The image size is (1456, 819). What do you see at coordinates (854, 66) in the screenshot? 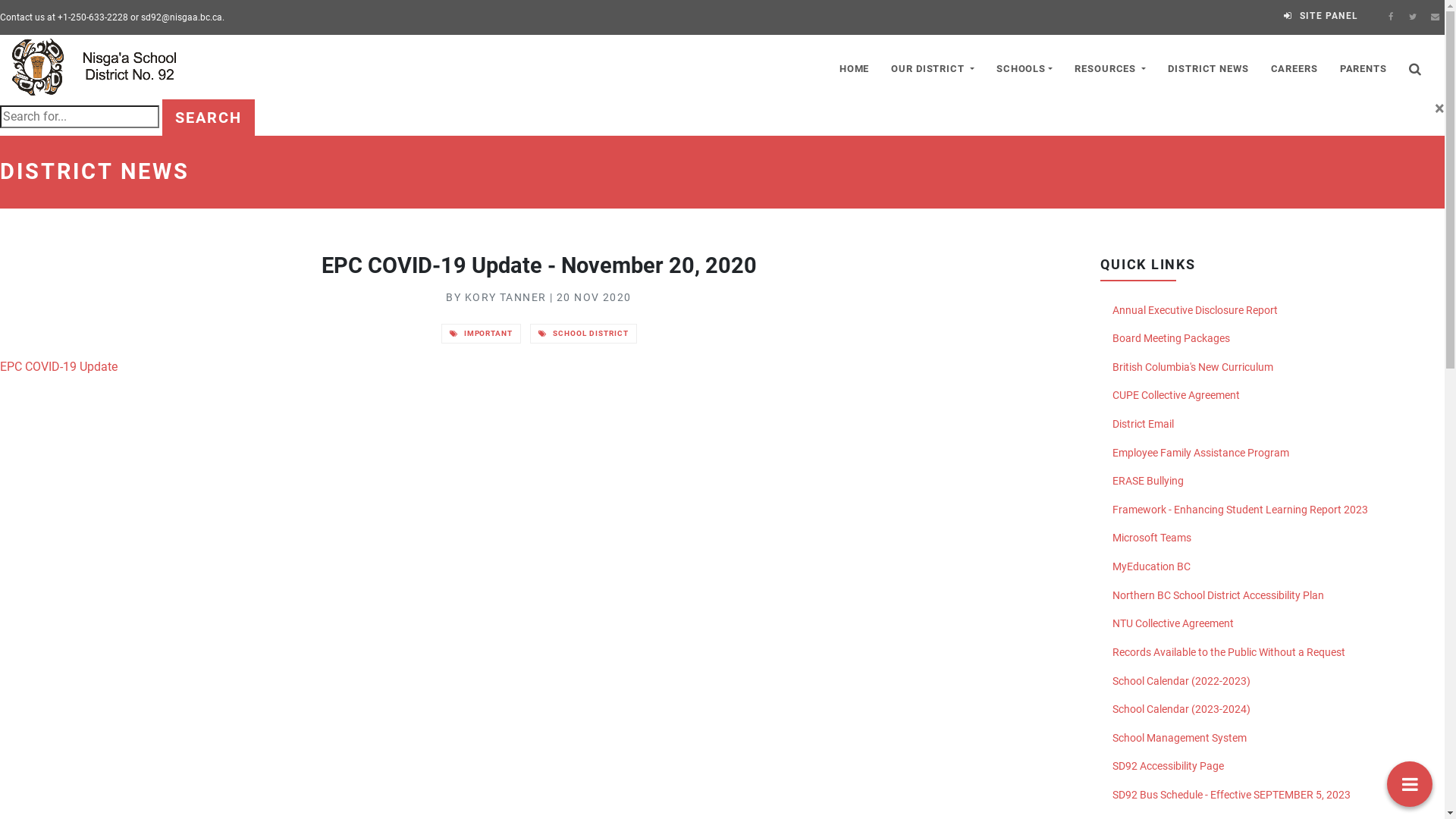
I see `'HOME'` at bounding box center [854, 66].